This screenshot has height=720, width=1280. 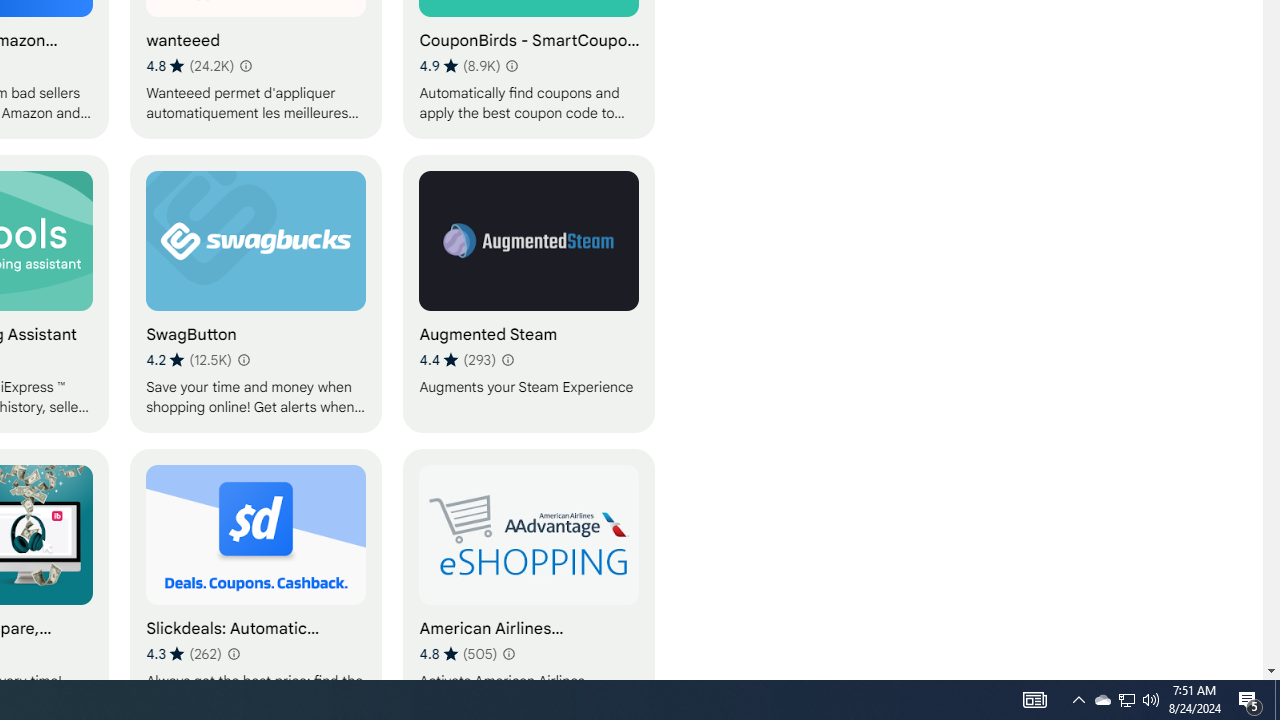 I want to click on 'Average rating 4.4 out of 5 stars. 293 ratings.', so click(x=456, y=360).